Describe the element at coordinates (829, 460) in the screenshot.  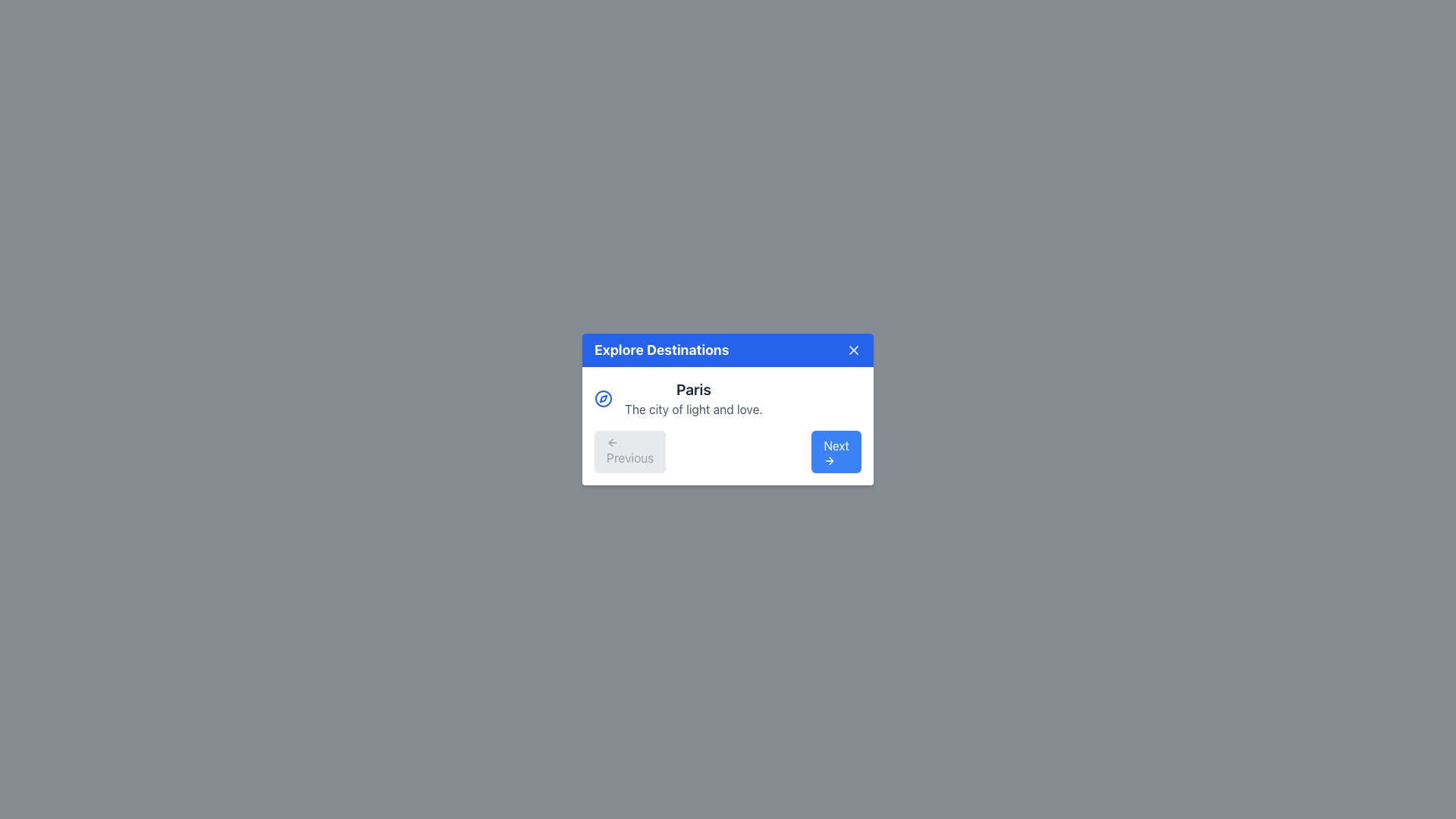
I see `the right-pointing arrow icon embedded within the blue 'Next' button, which serves as a forward navigation indicator in the modal dialog interface` at that location.